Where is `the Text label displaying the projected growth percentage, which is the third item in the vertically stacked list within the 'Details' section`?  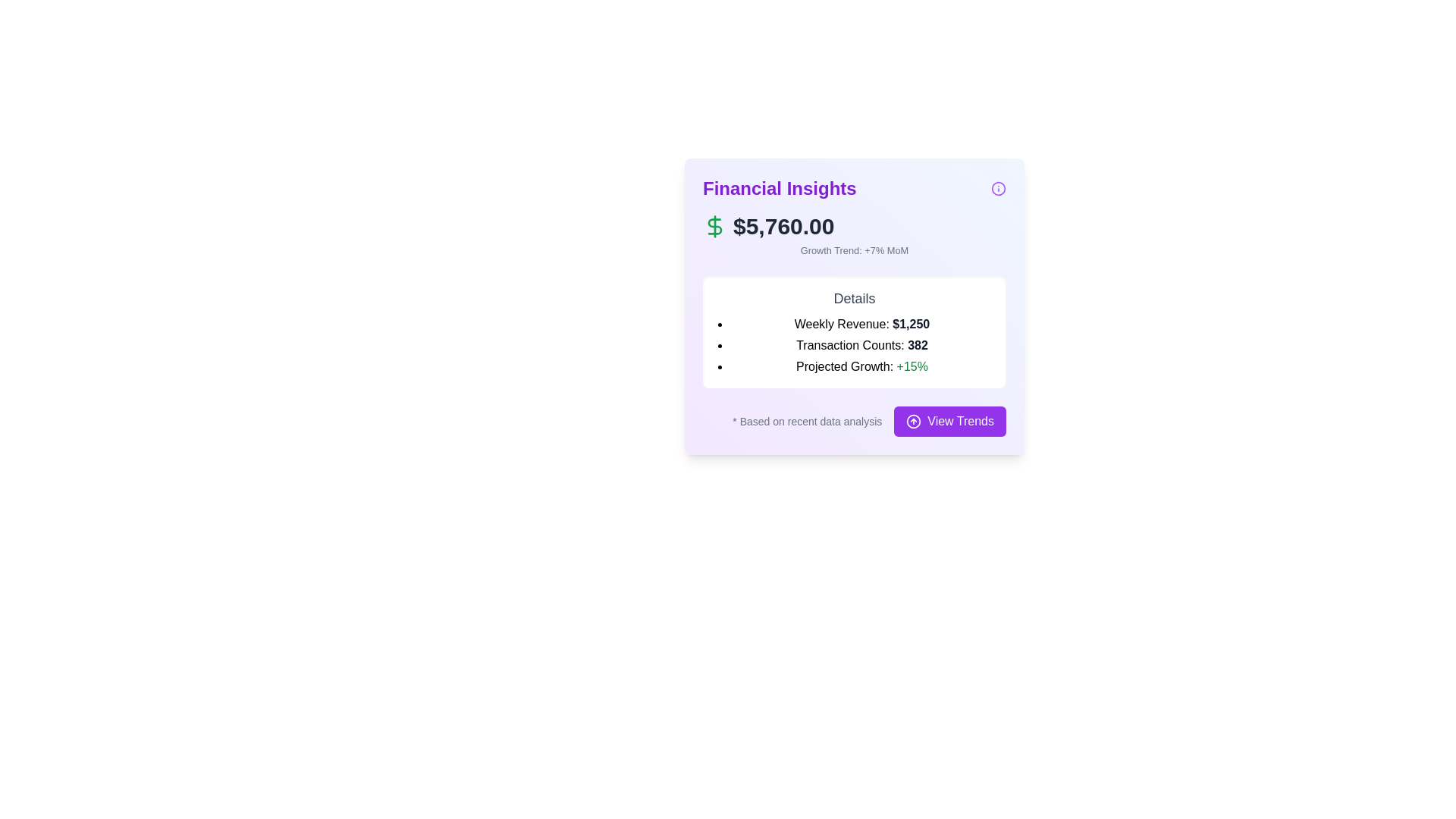
the Text label displaying the projected growth percentage, which is the third item in the vertically stacked list within the 'Details' section is located at coordinates (862, 366).